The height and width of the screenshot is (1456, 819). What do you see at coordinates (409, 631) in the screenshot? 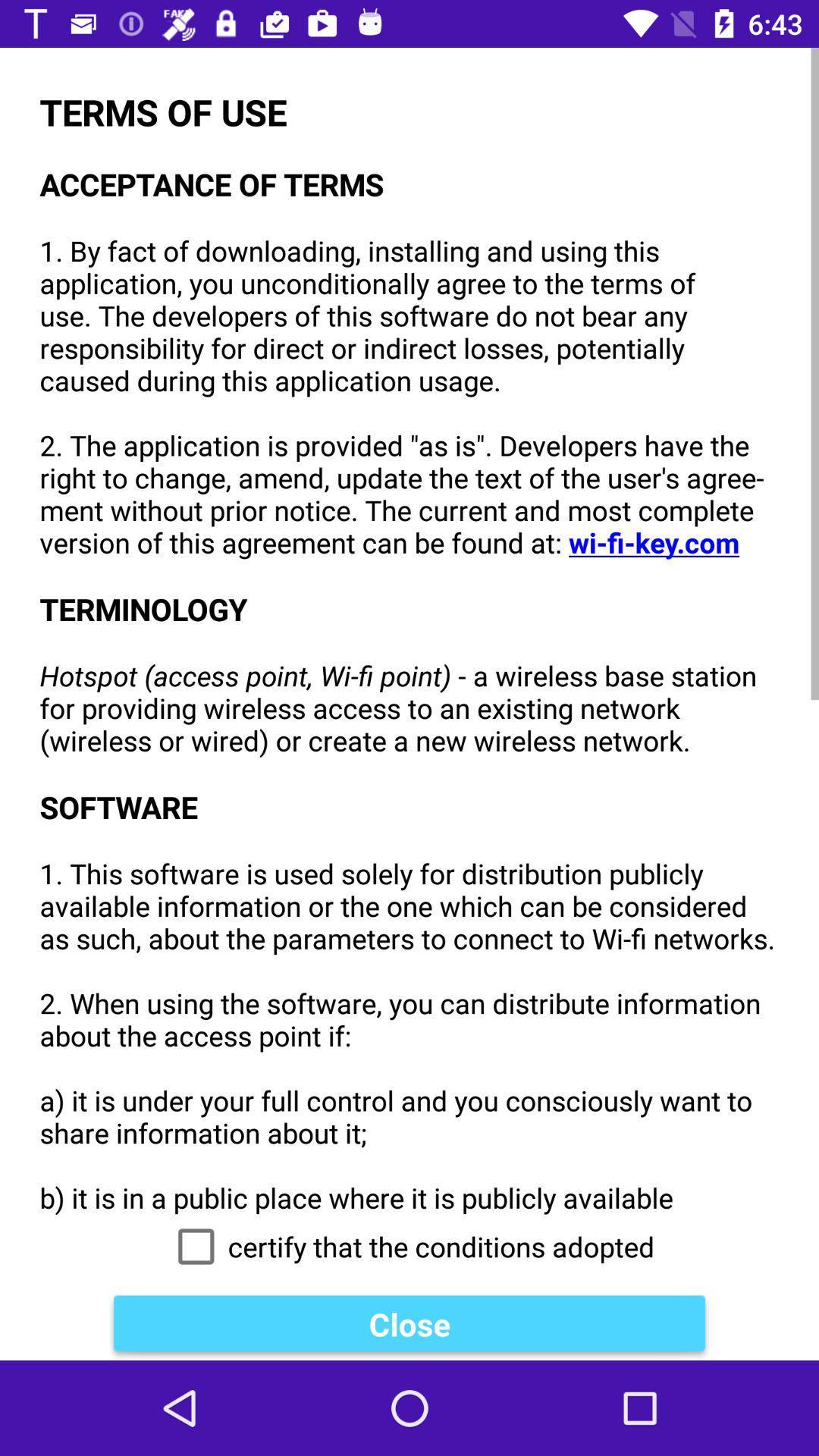
I see `the item above the certify that the` at bounding box center [409, 631].